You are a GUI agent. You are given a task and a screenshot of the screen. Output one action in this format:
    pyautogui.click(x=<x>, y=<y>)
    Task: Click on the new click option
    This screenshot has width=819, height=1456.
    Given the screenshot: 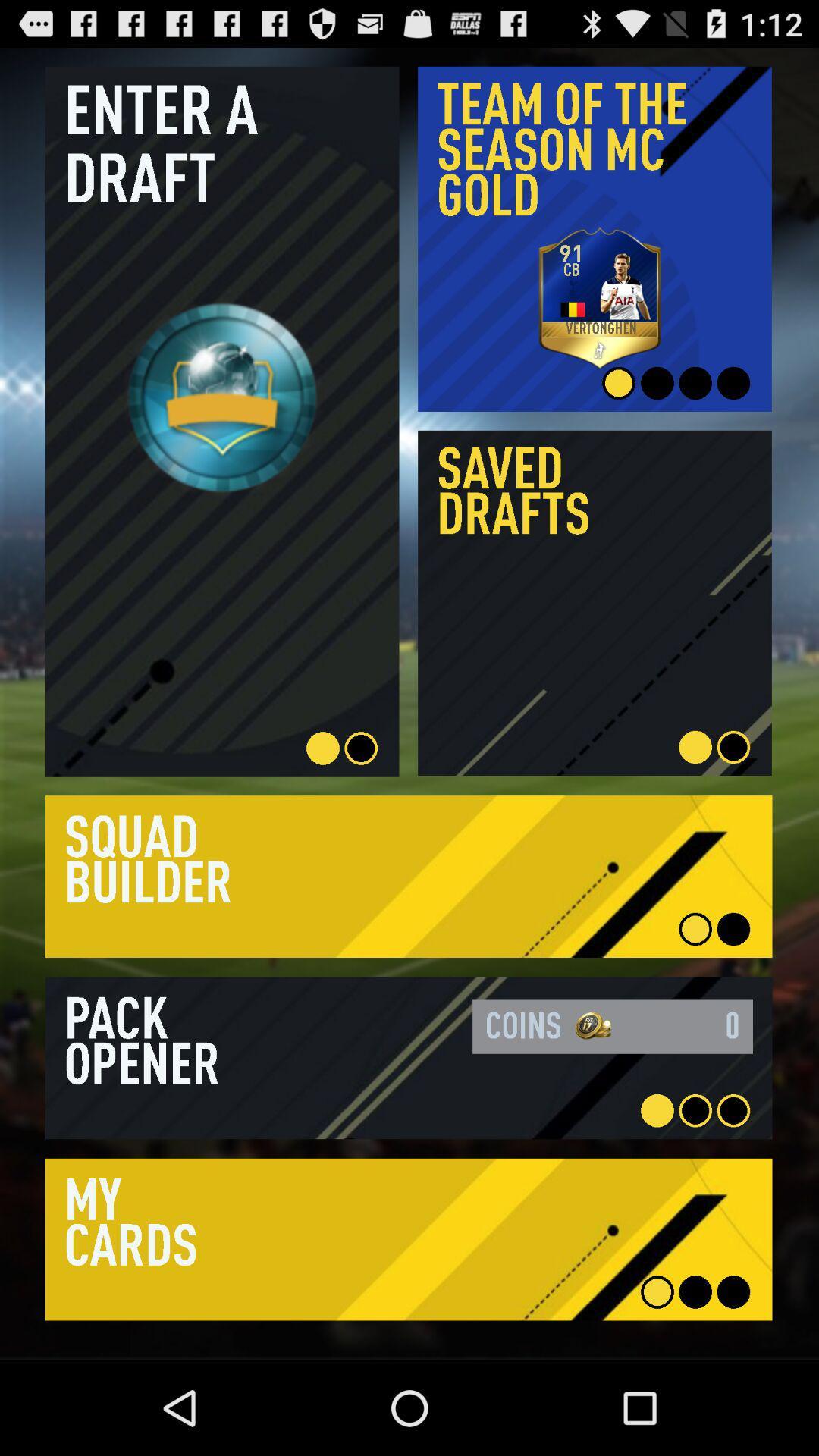 What is the action you would take?
    pyautogui.click(x=594, y=602)
    